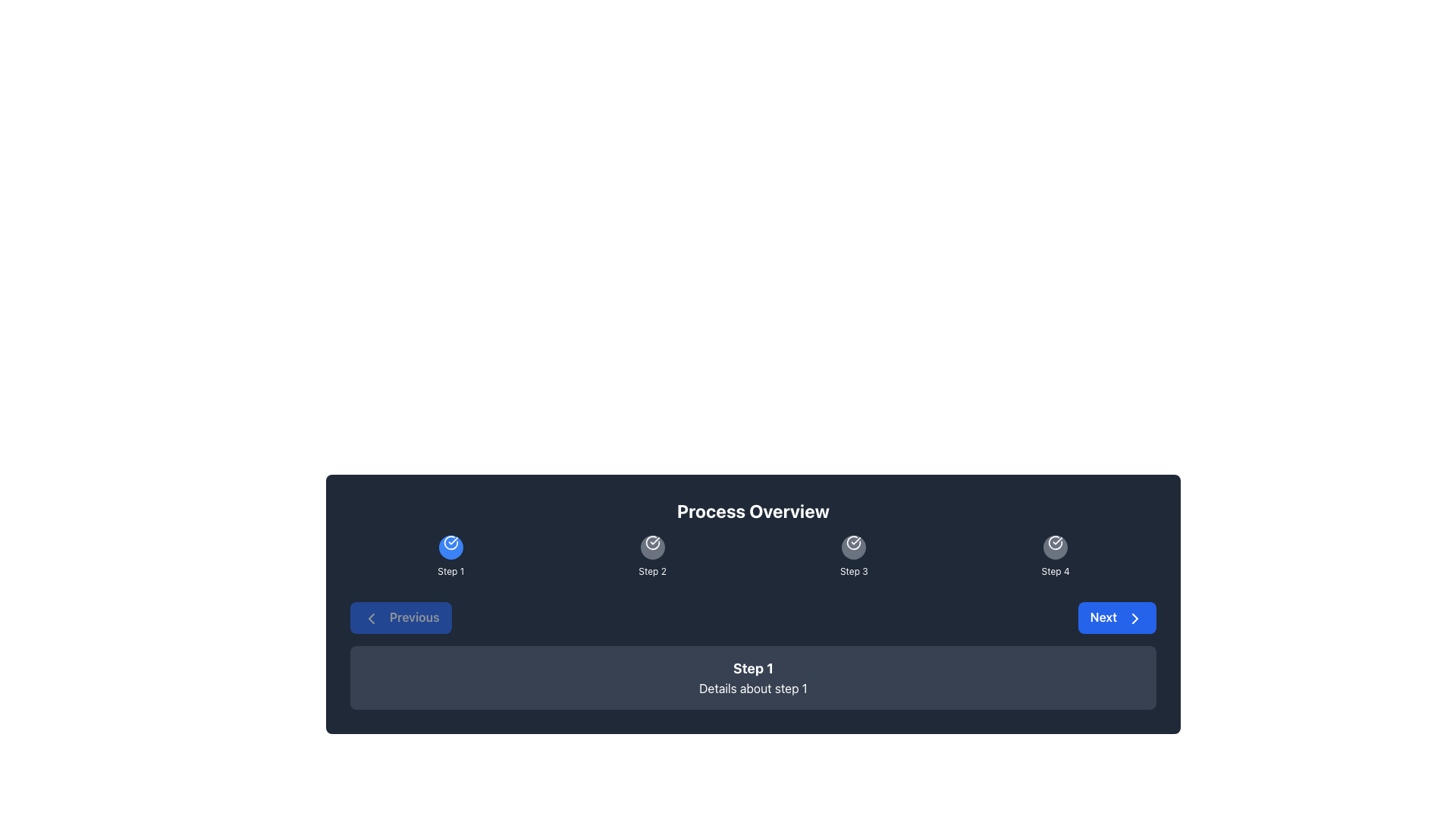 This screenshot has height=819, width=1456. I want to click on the 'Step 2' text label that indicates the current step in a multi-step navigation interface, positioned beneath its corresponding circular icon in the middle column, so click(652, 571).